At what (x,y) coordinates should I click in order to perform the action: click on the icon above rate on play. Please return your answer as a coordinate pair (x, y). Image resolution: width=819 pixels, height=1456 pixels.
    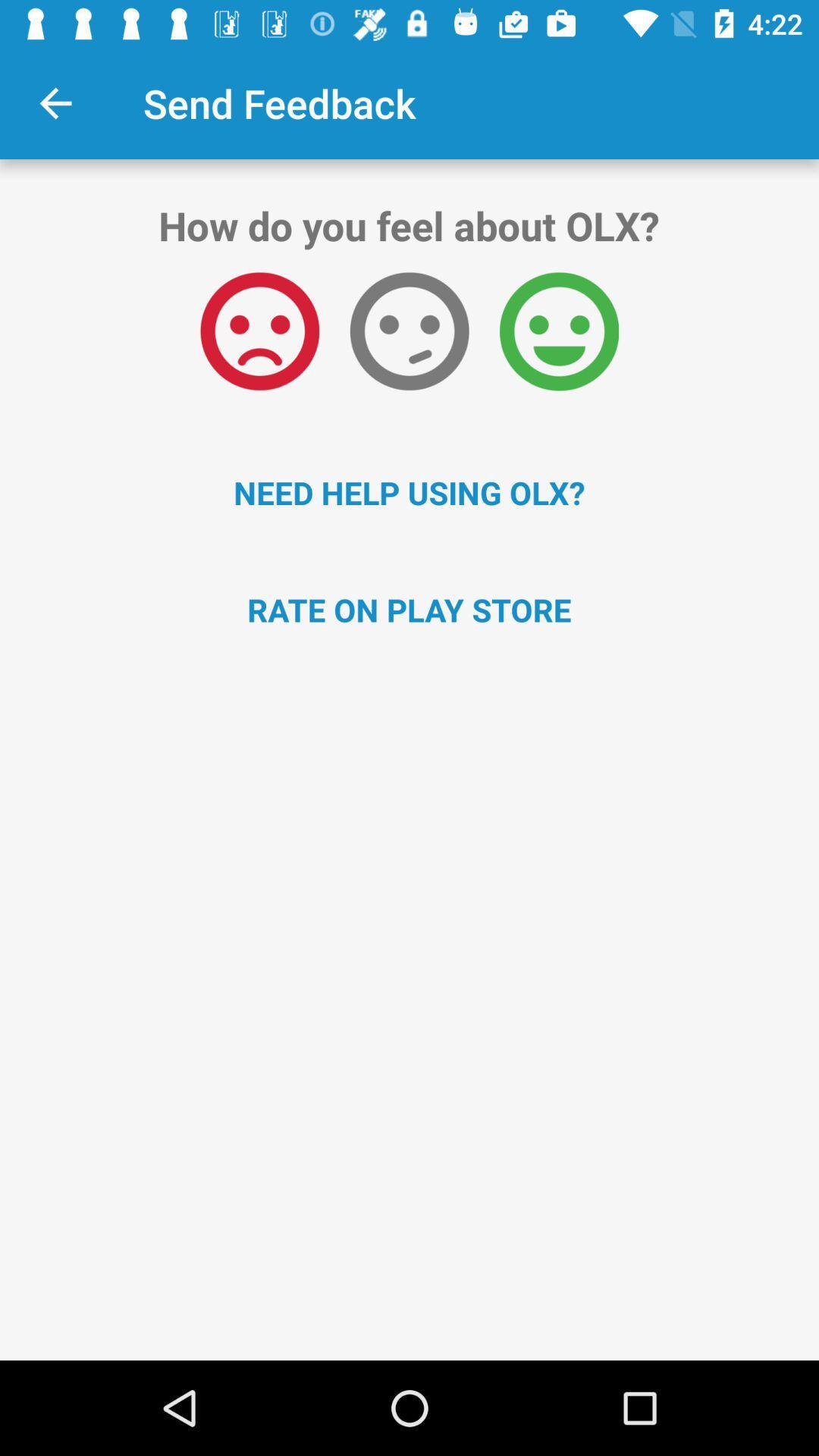
    Looking at the image, I should click on (409, 492).